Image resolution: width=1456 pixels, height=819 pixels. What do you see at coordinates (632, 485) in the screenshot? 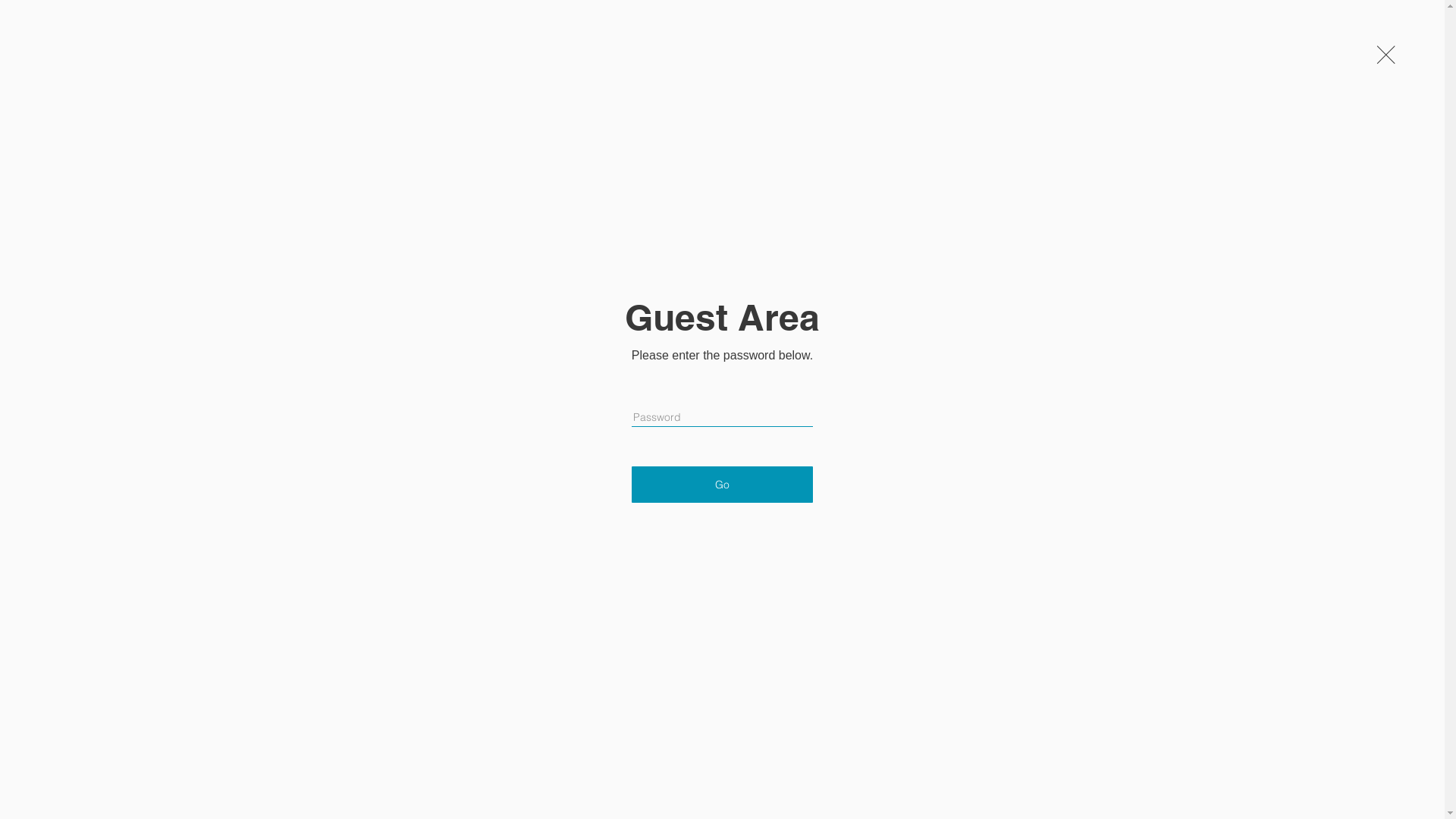
I see `'Go'` at bounding box center [632, 485].